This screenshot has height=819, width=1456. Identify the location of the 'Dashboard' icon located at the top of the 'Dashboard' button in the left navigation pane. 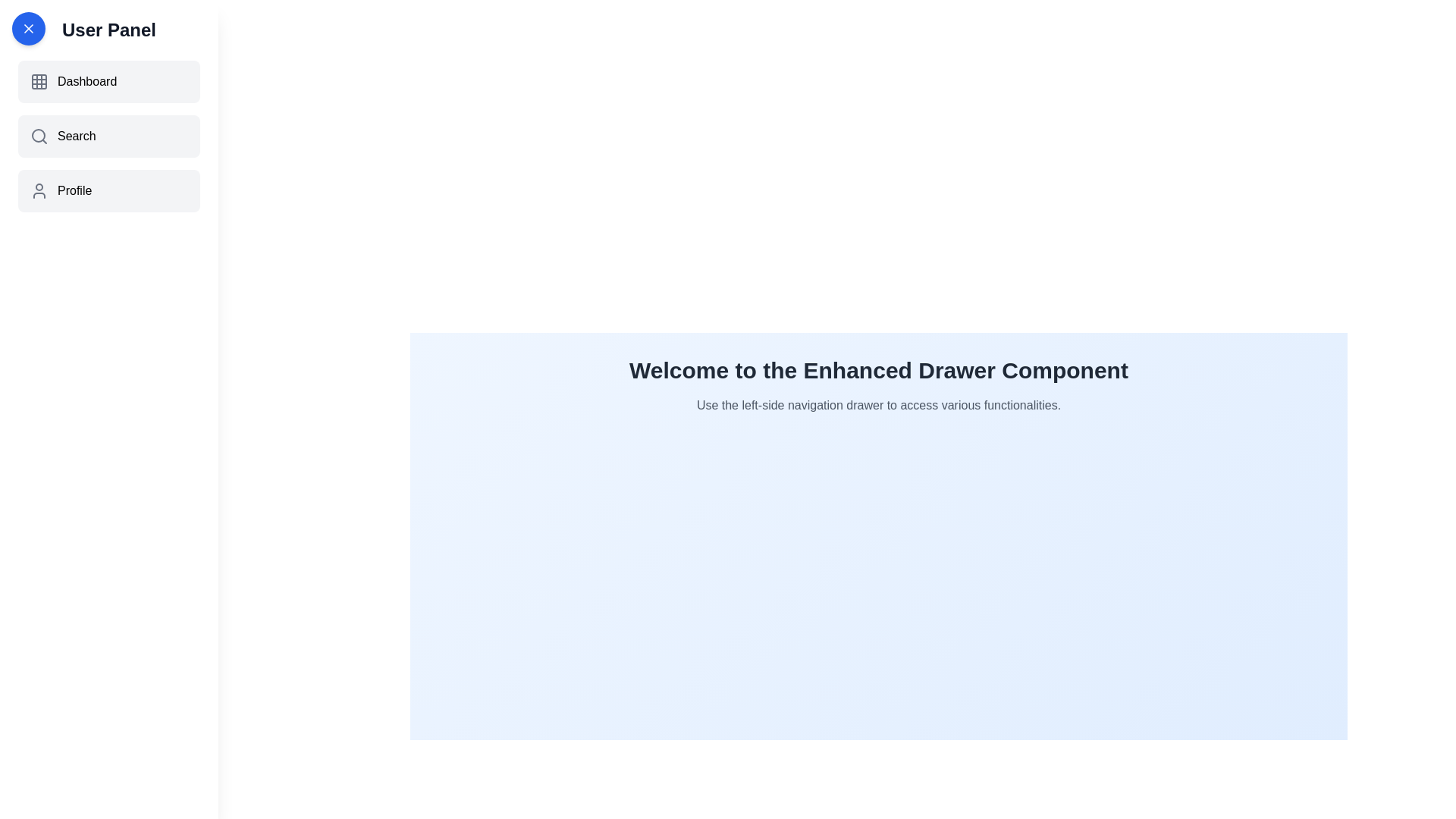
(39, 82).